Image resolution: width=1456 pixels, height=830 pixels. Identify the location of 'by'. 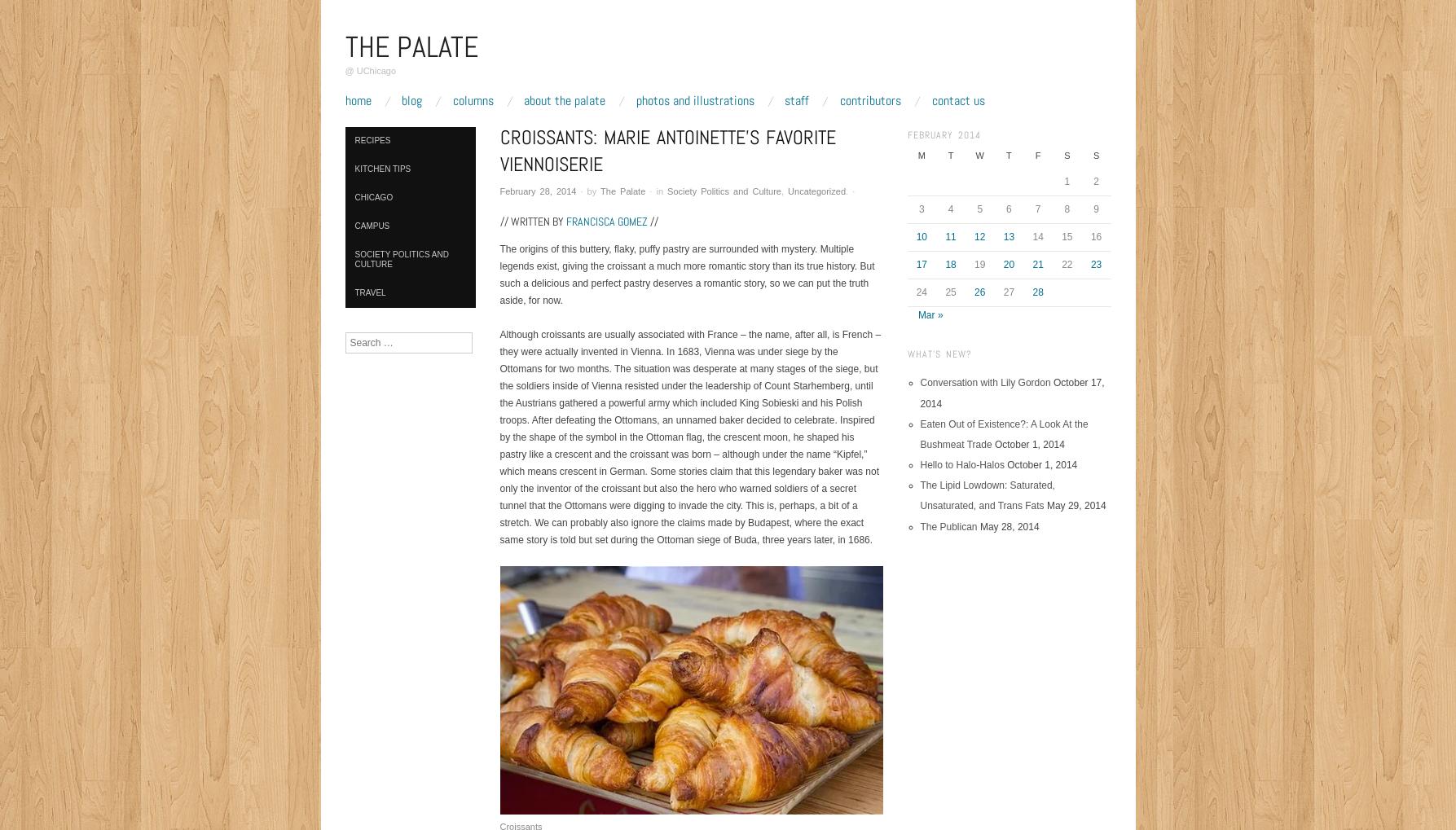
(593, 190).